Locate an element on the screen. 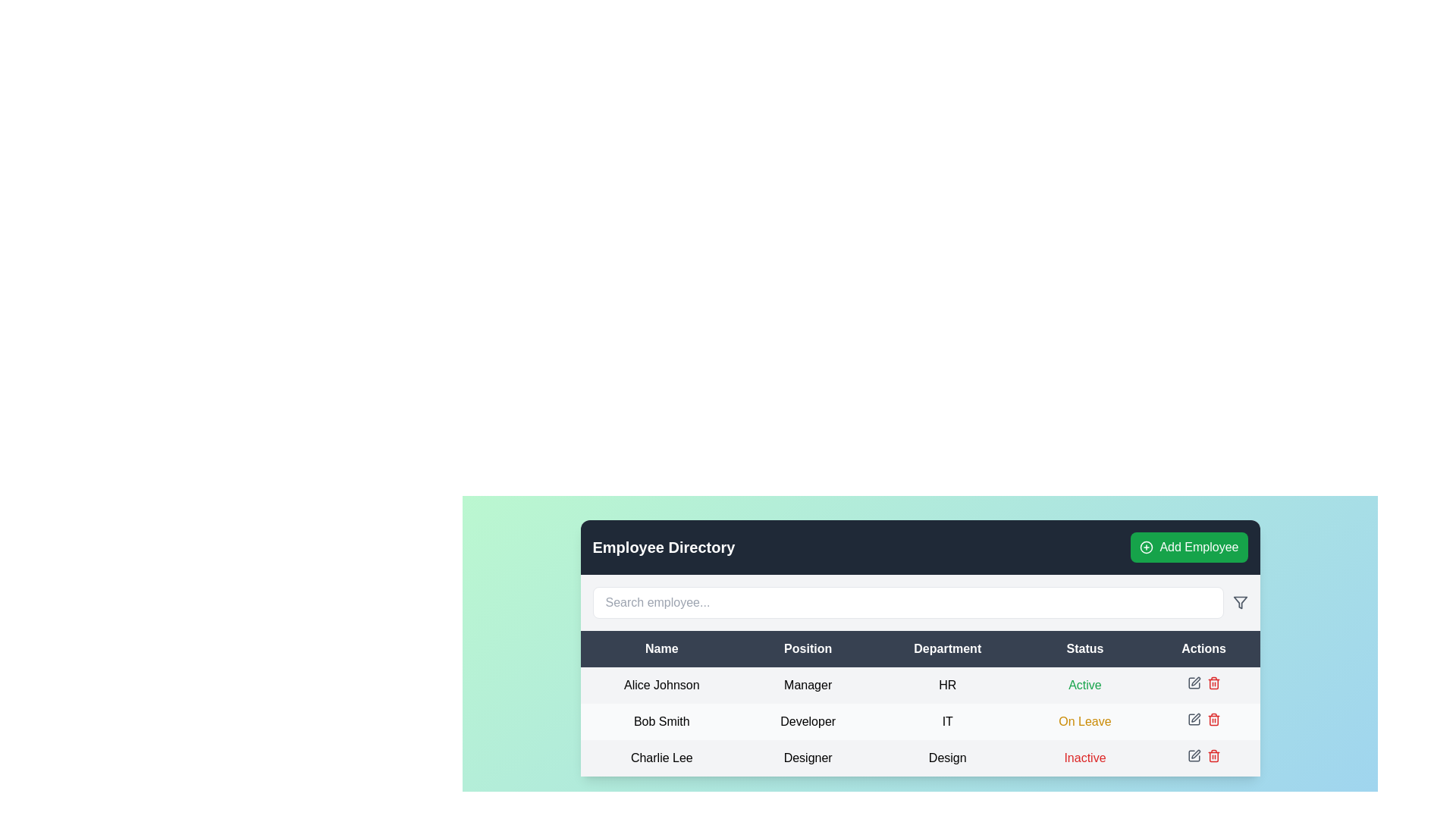  the title text indicating the employee directory section is located at coordinates (664, 547).